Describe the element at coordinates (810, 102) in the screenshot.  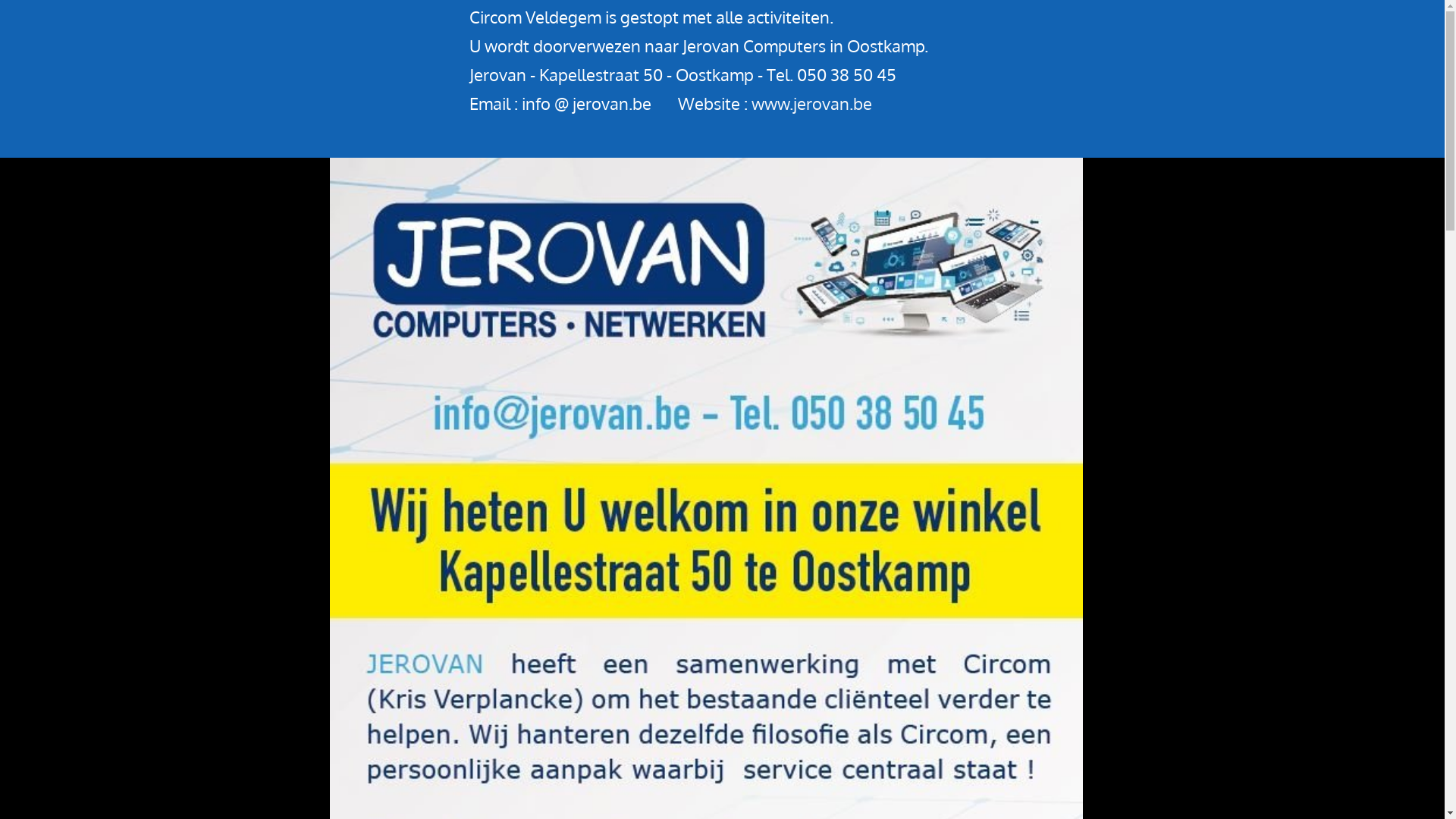
I see `'www.jerovan.be'` at that location.